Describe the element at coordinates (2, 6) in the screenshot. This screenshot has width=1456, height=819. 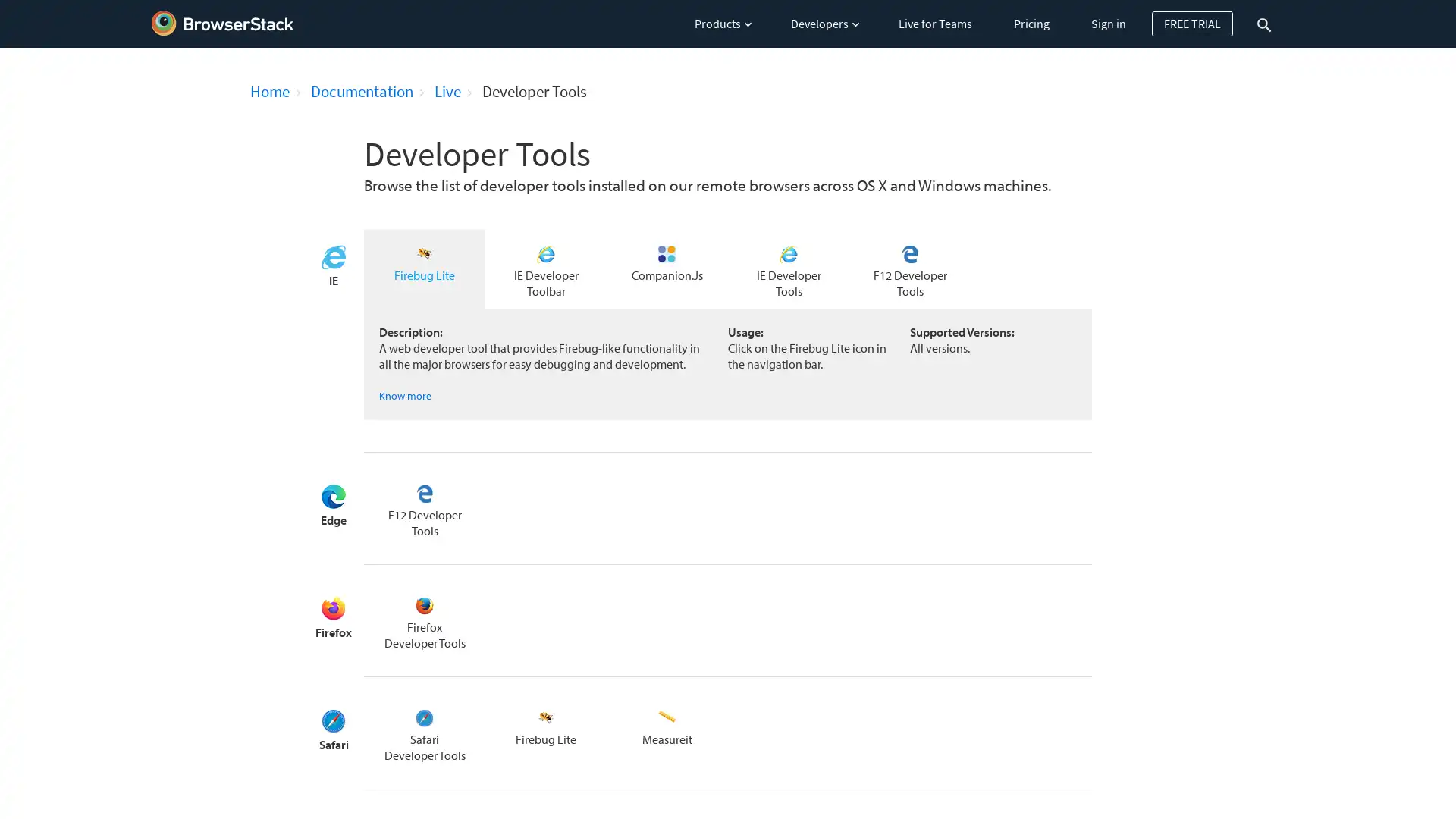
I see `Skip to main content` at that location.